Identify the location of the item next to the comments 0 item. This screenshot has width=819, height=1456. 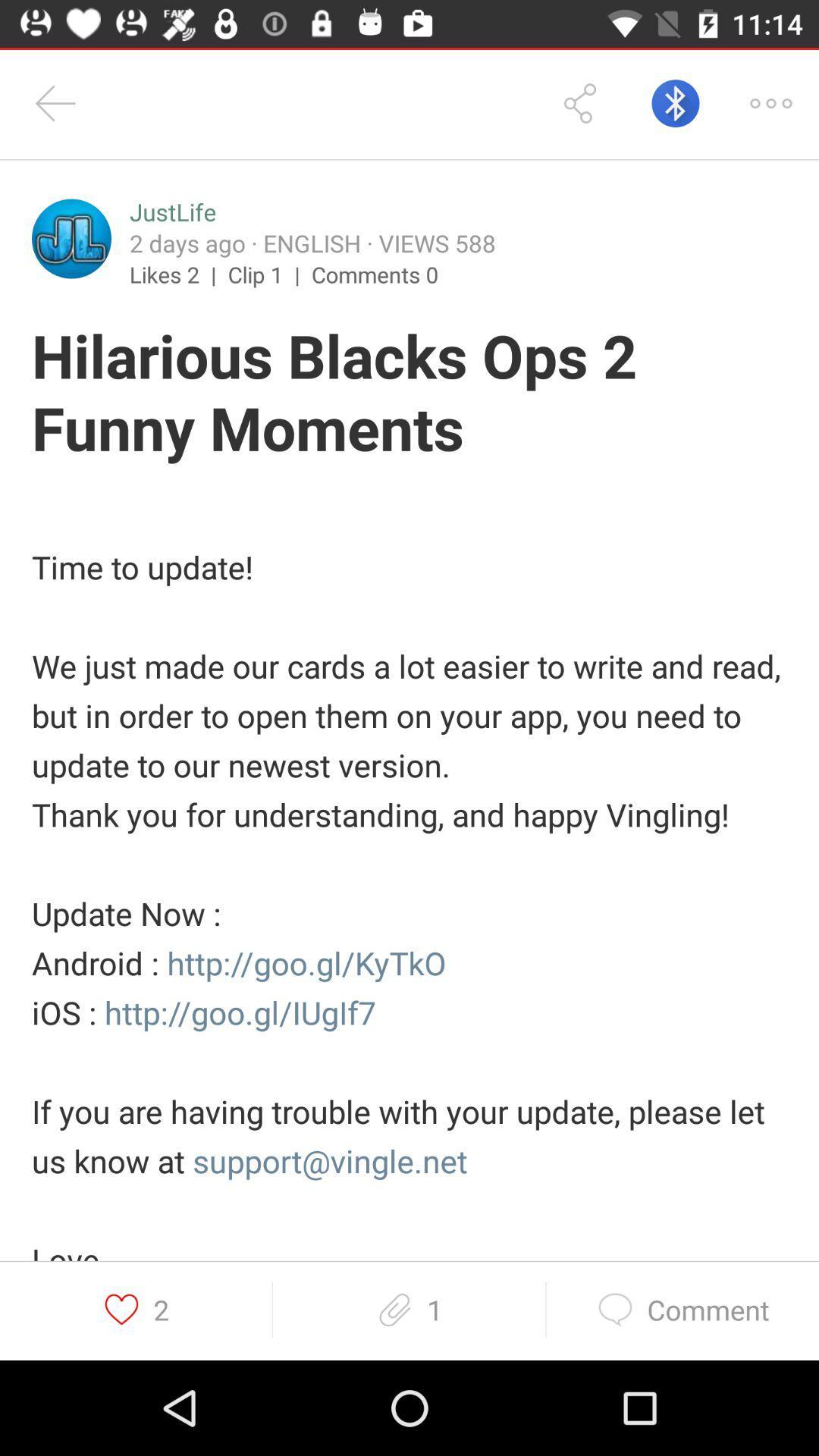
(268, 274).